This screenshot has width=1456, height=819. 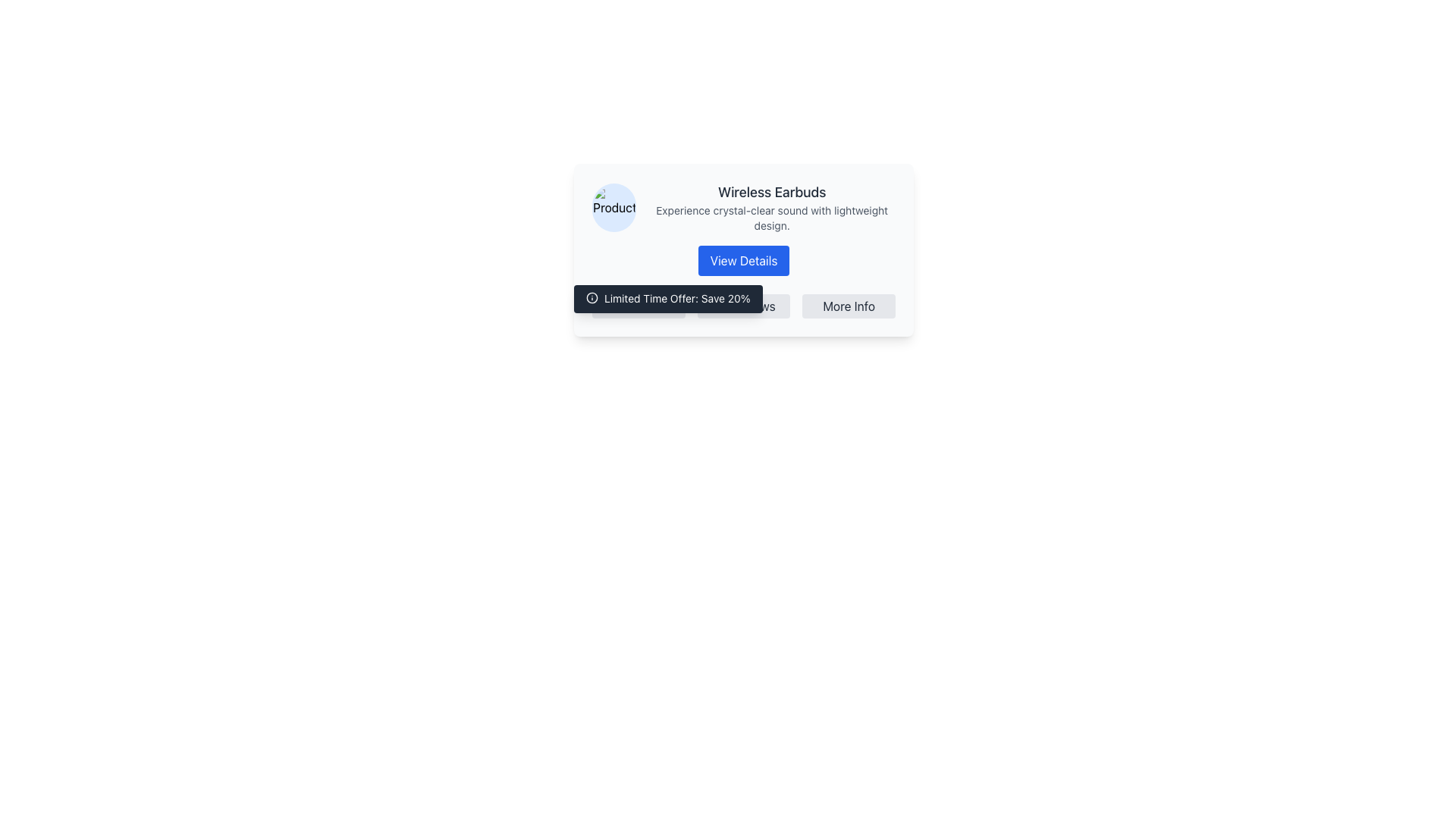 What do you see at coordinates (848, 306) in the screenshot?
I see `the text label located in the bottom-right corner of the product card` at bounding box center [848, 306].